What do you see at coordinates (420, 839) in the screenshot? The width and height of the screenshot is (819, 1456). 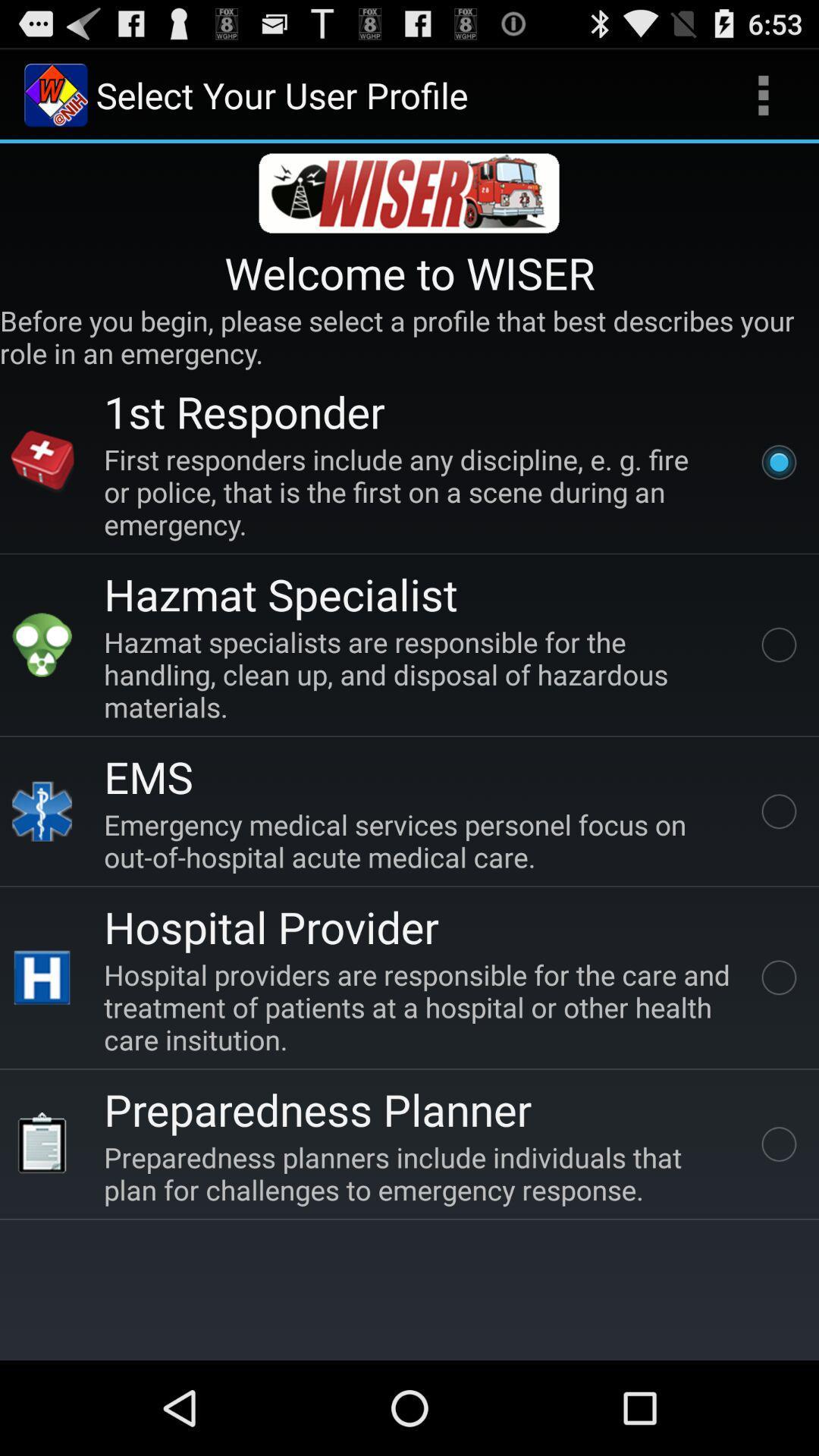 I see `item above hospital provider item` at bounding box center [420, 839].